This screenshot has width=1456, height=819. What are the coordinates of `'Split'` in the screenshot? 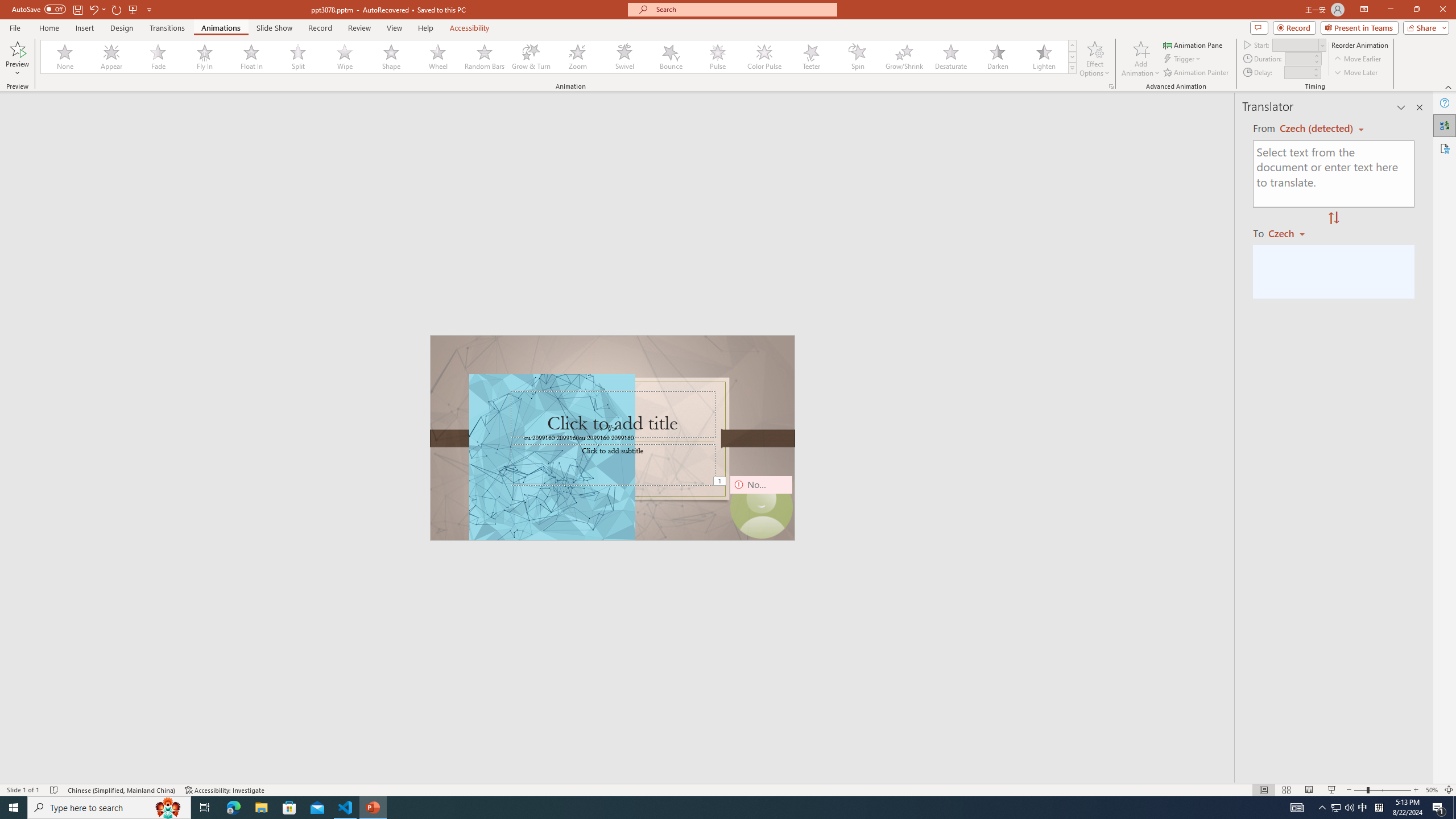 It's located at (297, 56).